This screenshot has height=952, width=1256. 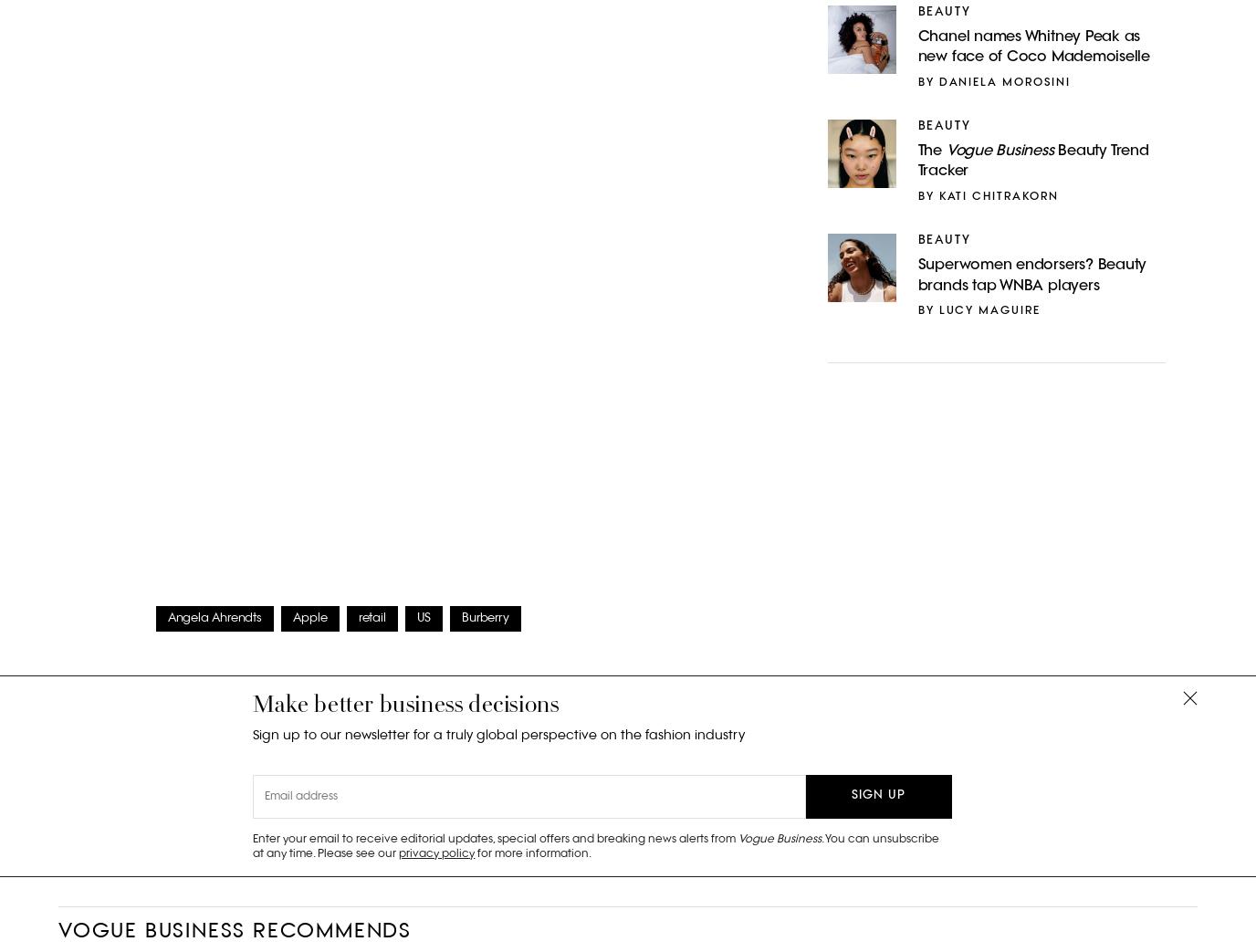 What do you see at coordinates (435, 853) in the screenshot?
I see `'privacy policy'` at bounding box center [435, 853].